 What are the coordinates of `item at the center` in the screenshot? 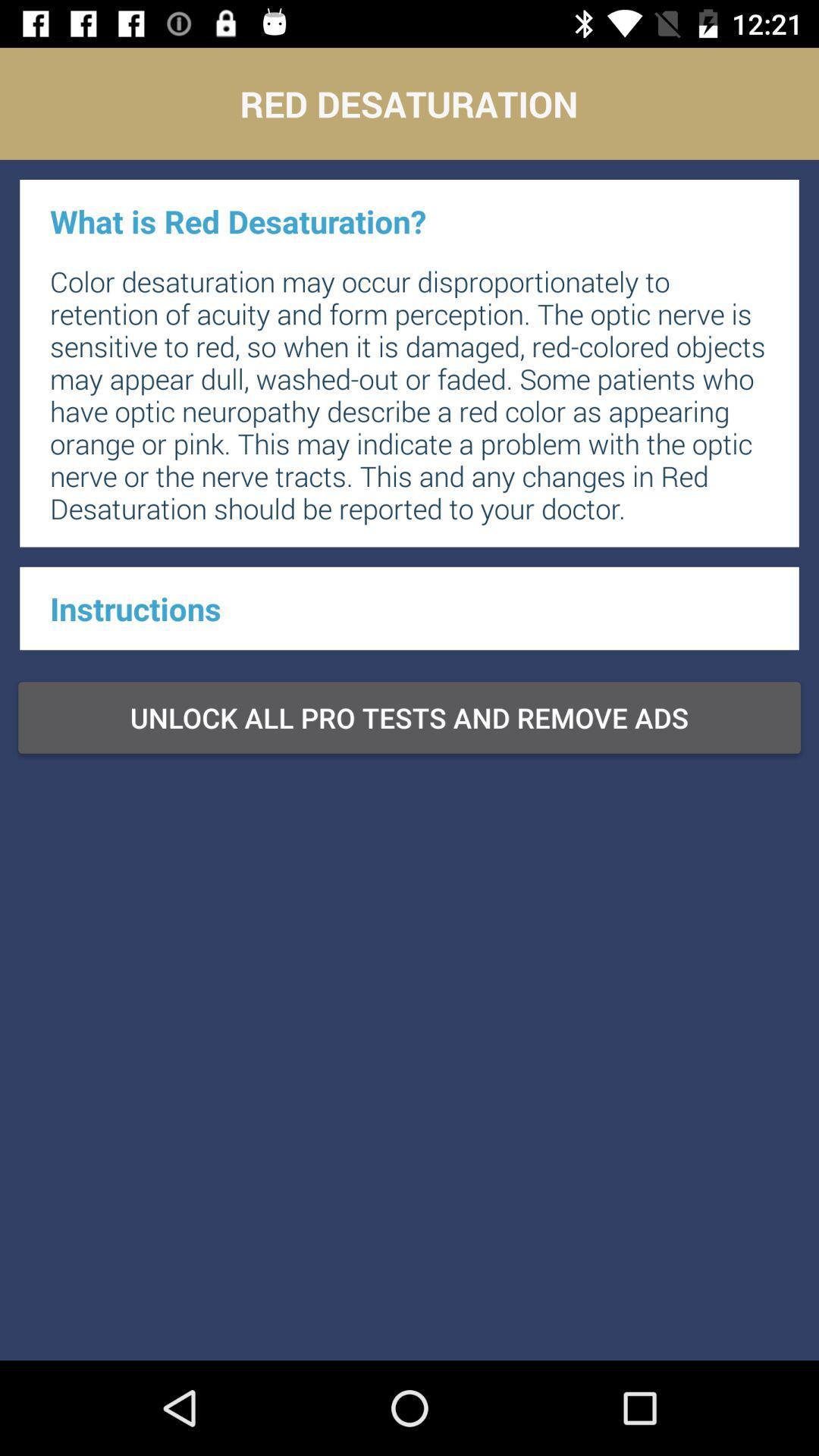 It's located at (409, 717).